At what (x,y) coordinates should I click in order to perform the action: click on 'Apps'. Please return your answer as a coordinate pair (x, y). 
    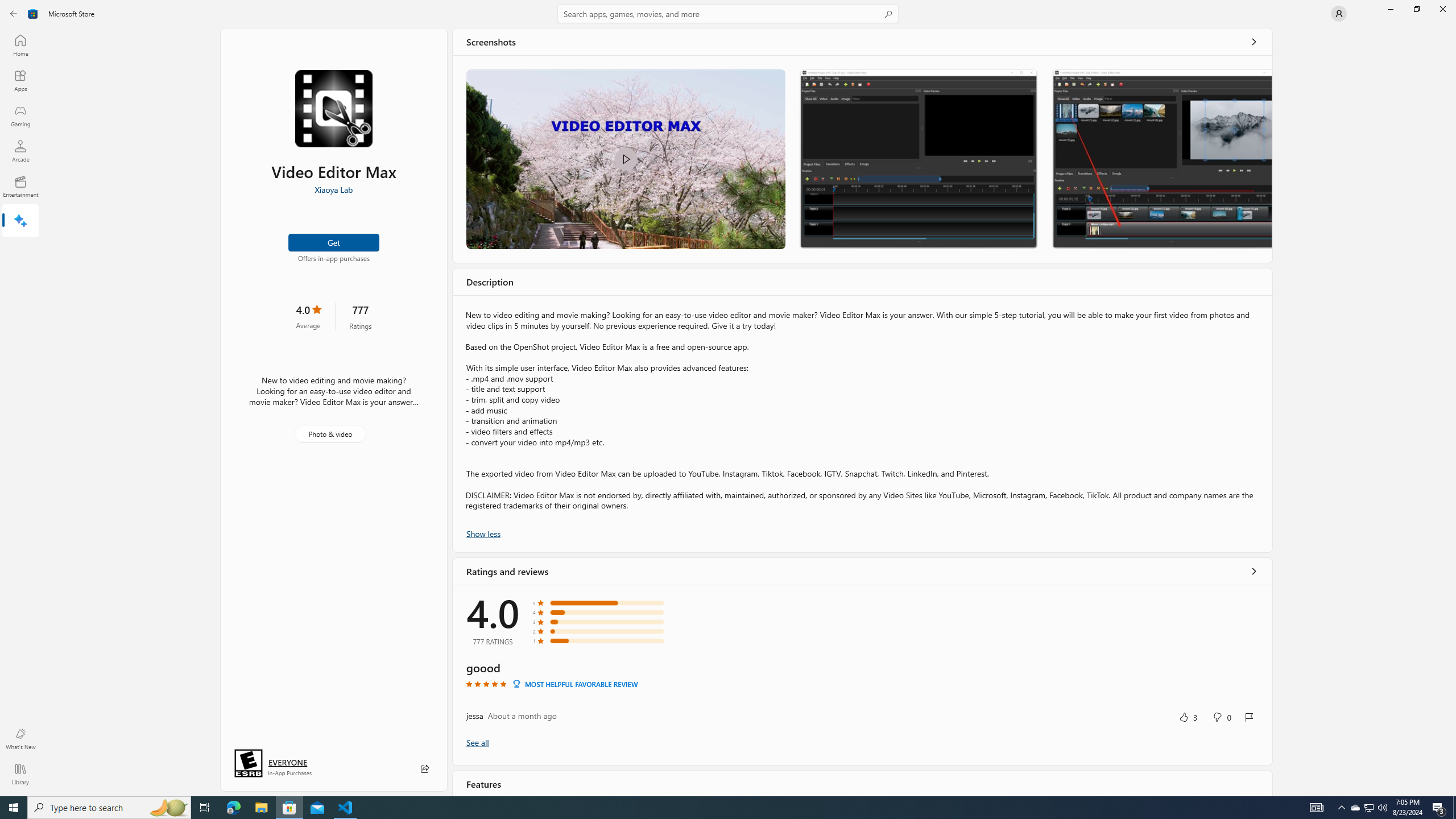
    Looking at the image, I should click on (19, 80).